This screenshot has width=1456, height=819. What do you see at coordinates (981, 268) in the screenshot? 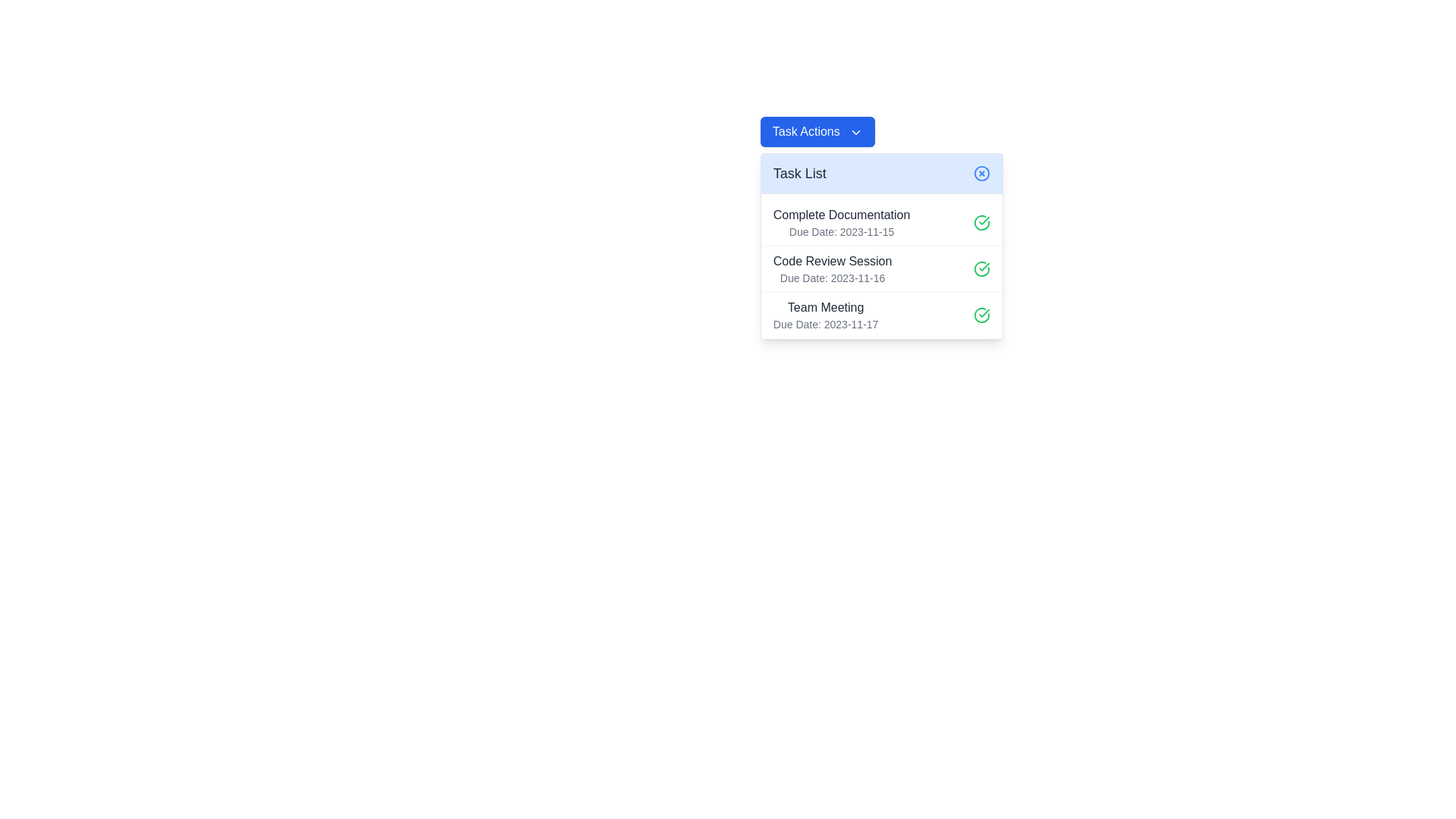
I see `the visual indicator icon for marking the 'Code Review Session' as confirmed, which is located to the right of the text 'Code Review Session' and 'Due Date: 2023-11-16' in the second row of the task list` at bounding box center [981, 268].